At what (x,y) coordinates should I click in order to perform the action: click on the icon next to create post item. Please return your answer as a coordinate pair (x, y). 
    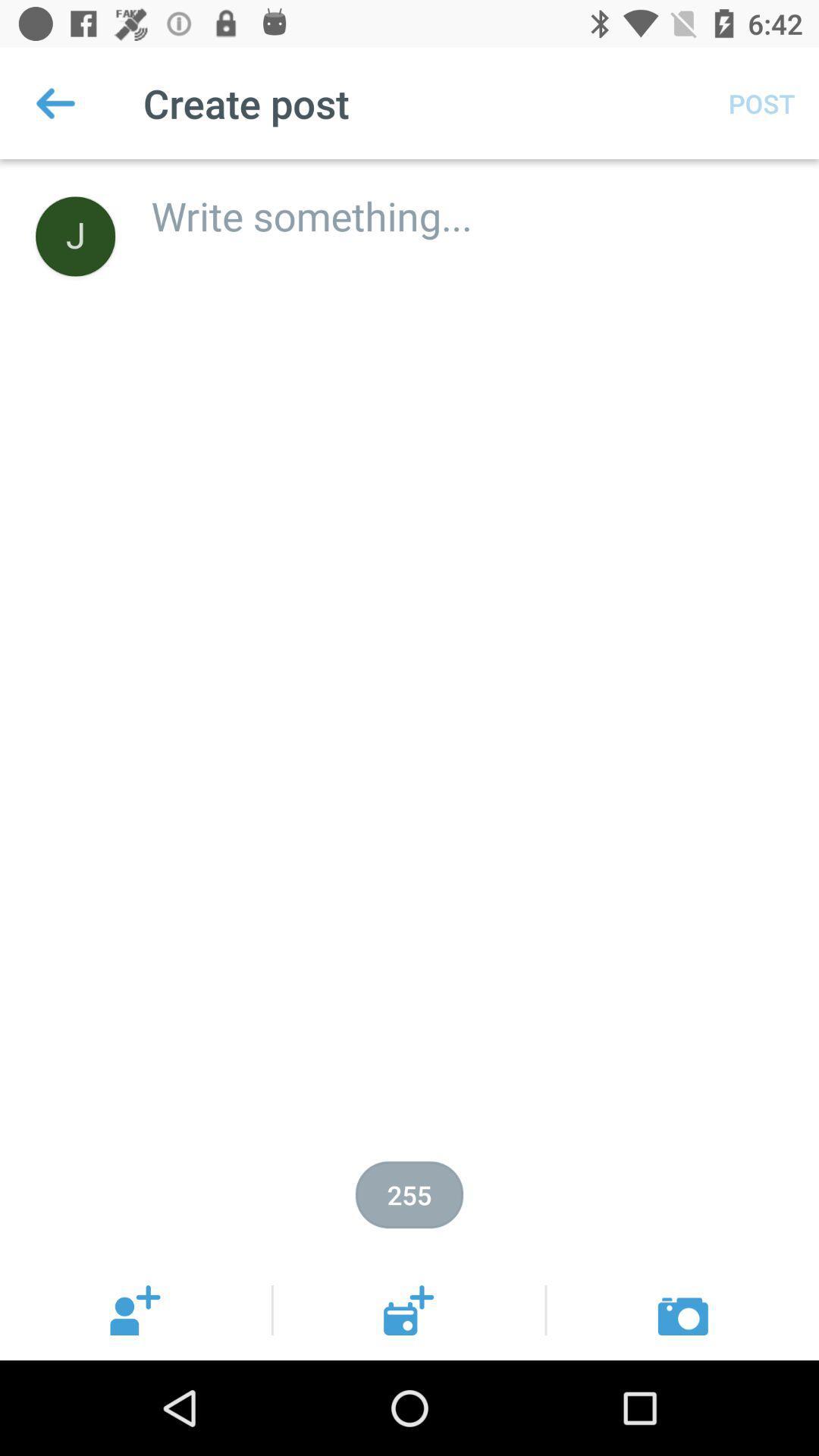
    Looking at the image, I should click on (55, 102).